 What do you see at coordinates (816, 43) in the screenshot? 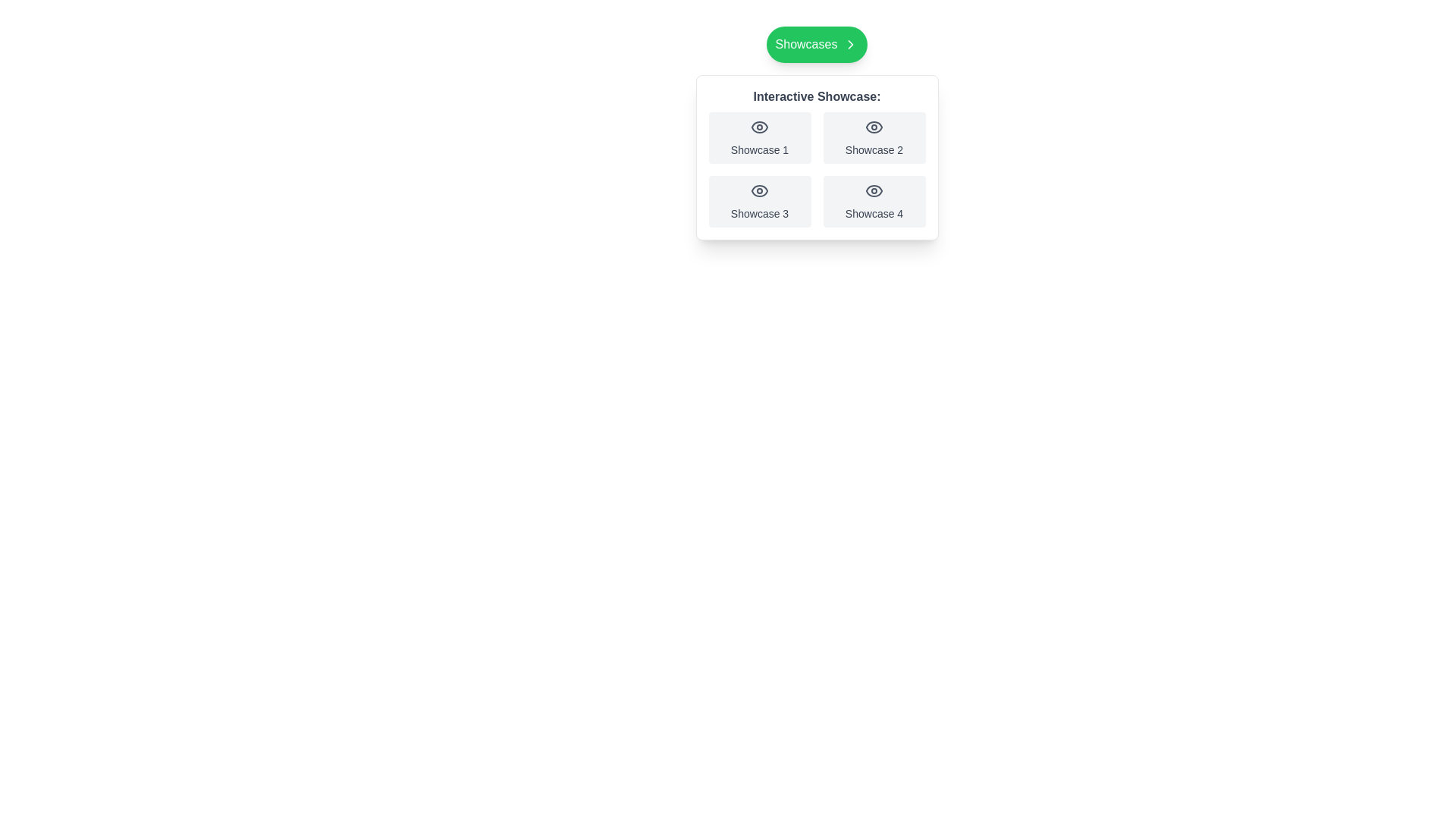
I see `the navigation button located near the top of the interface to showcase sections` at bounding box center [816, 43].